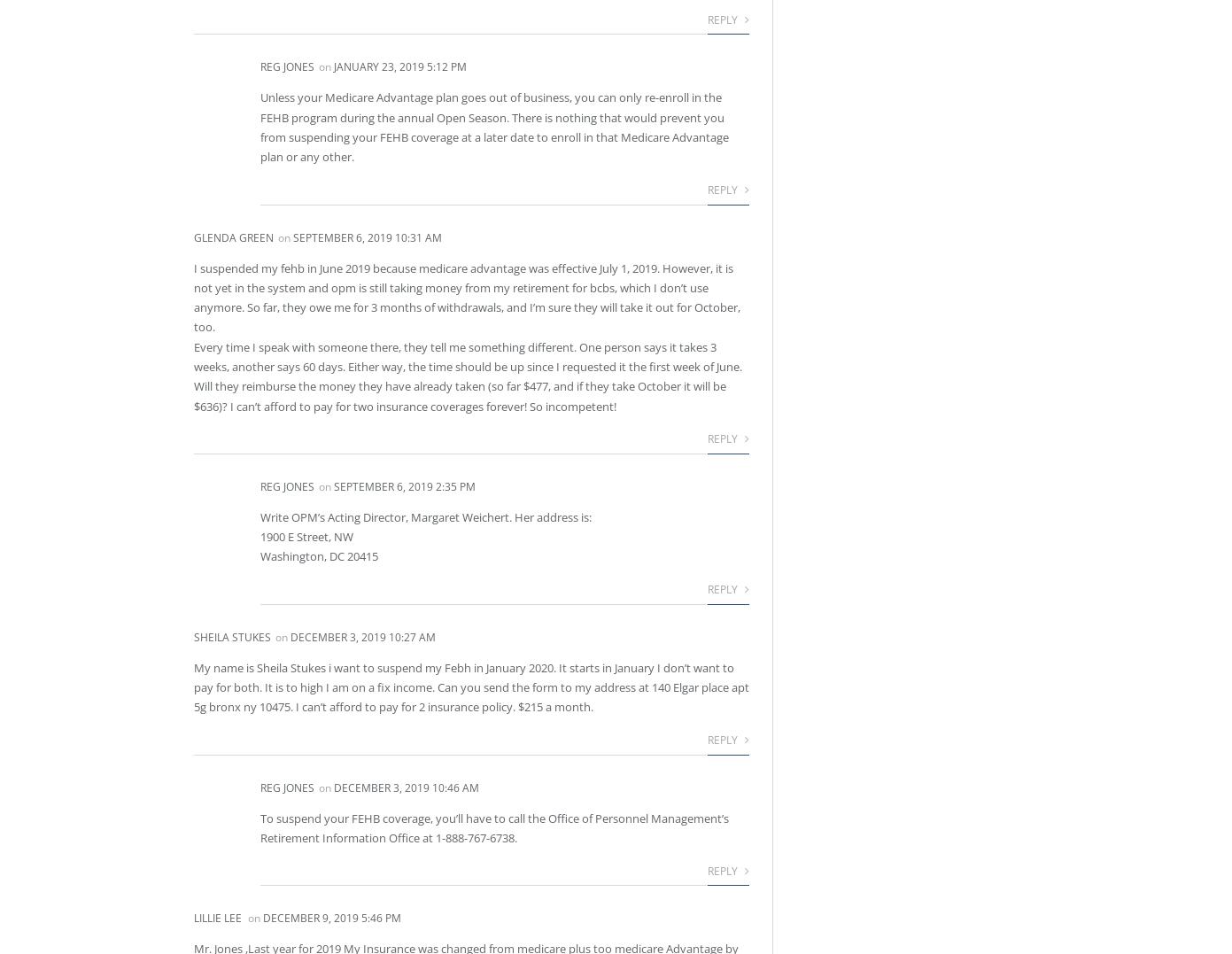 The width and height of the screenshot is (1232, 954). Describe the element at coordinates (217, 917) in the screenshot. I see `'LILLIE LEE'` at that location.